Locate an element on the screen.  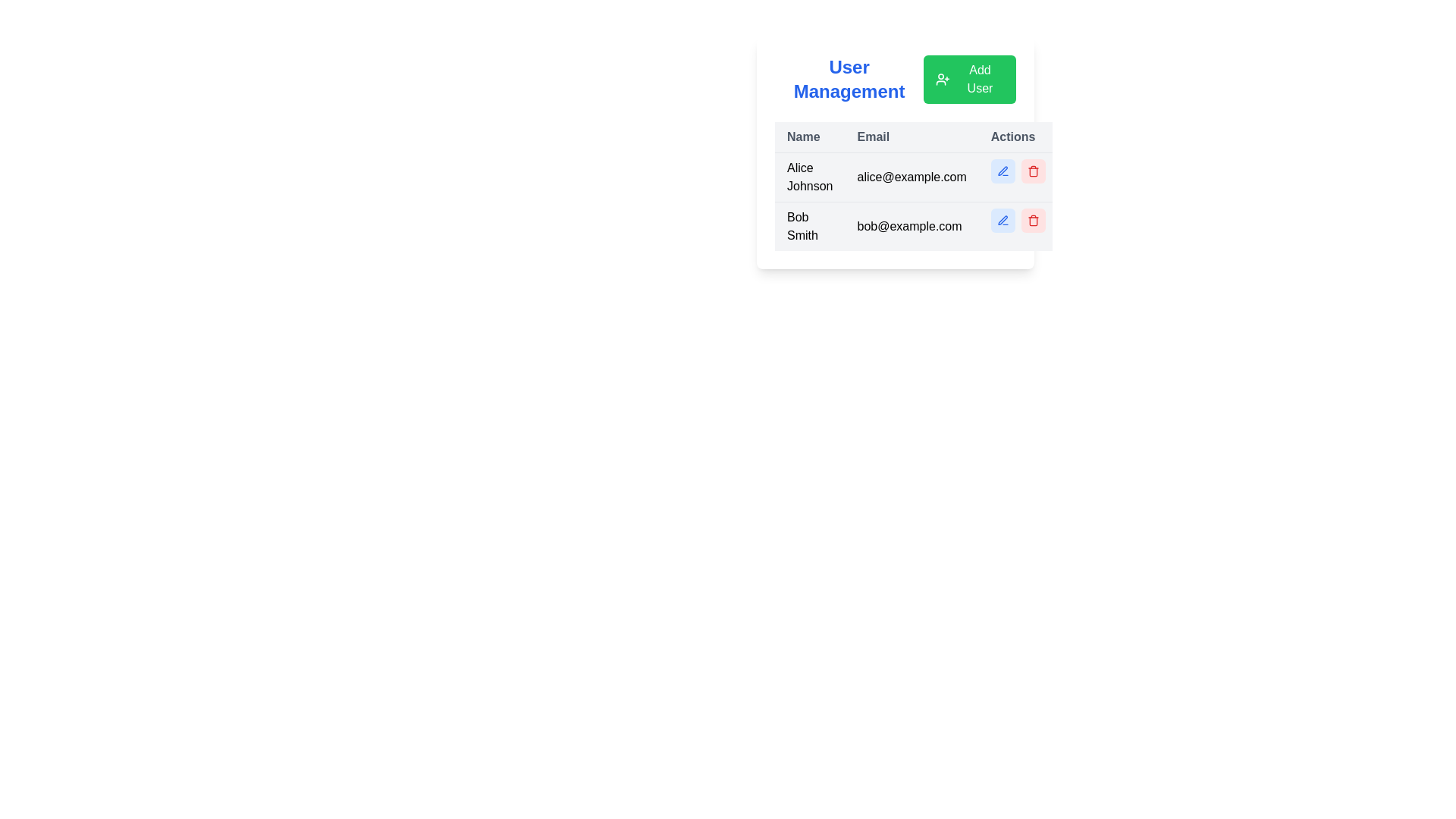
the static text label displaying the email address for user 'Bob Smith', located in the second row of the table in the 'Email' column is located at coordinates (911, 226).